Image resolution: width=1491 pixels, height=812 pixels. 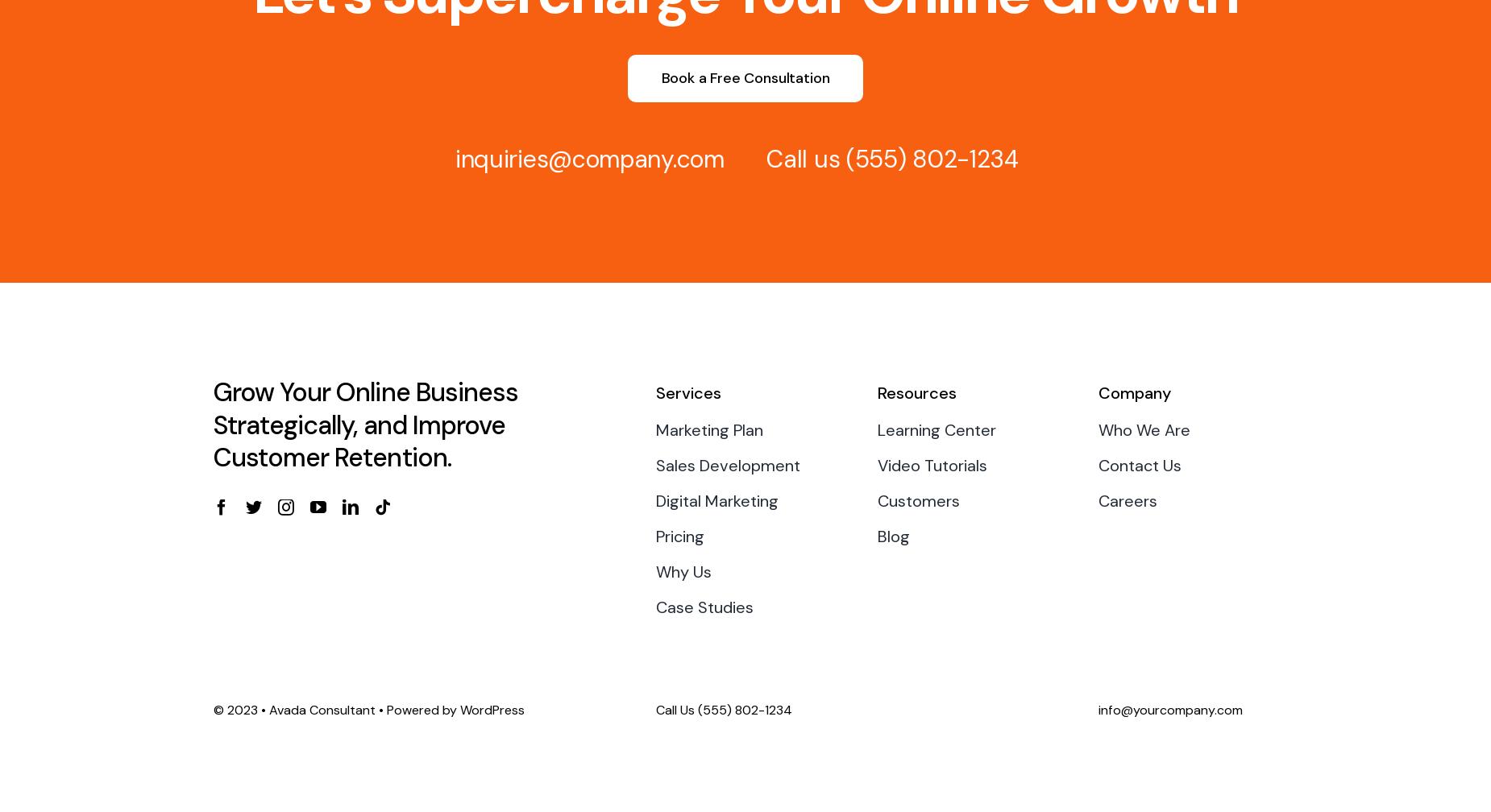 What do you see at coordinates (1135, 392) in the screenshot?
I see `'Company'` at bounding box center [1135, 392].